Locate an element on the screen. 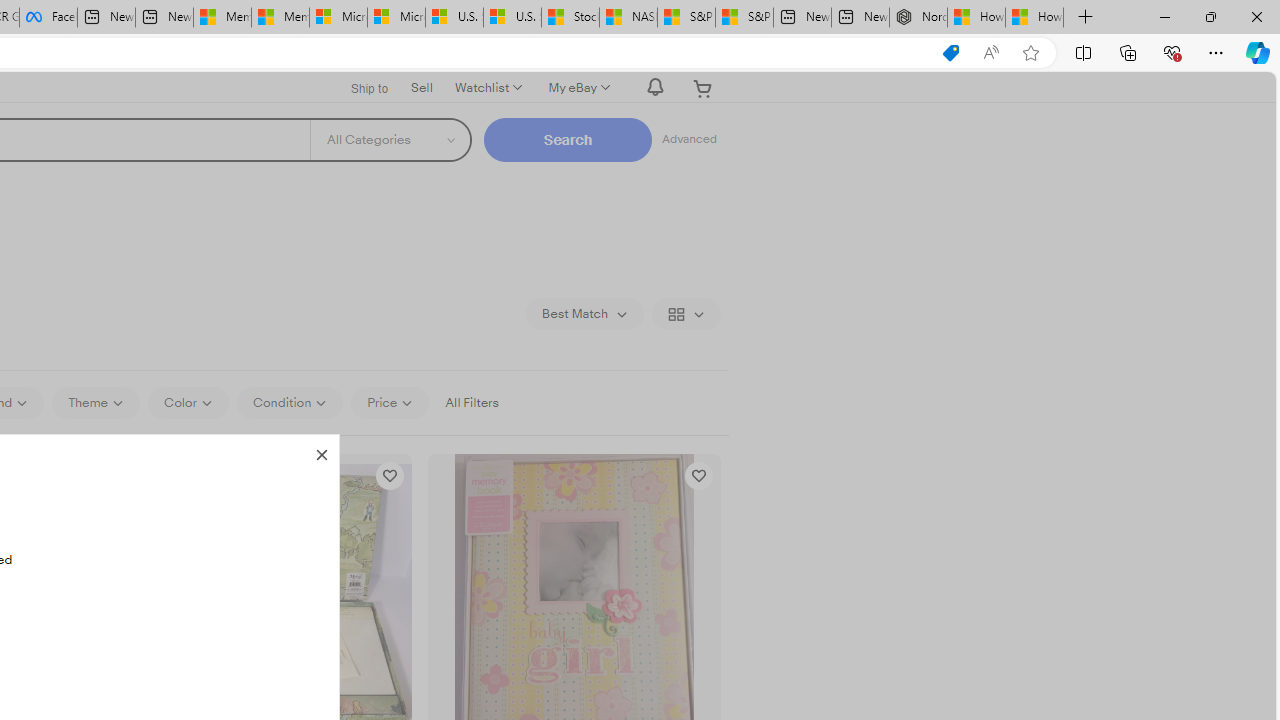  'Settings and more (Alt+F)' is located at coordinates (1215, 51).